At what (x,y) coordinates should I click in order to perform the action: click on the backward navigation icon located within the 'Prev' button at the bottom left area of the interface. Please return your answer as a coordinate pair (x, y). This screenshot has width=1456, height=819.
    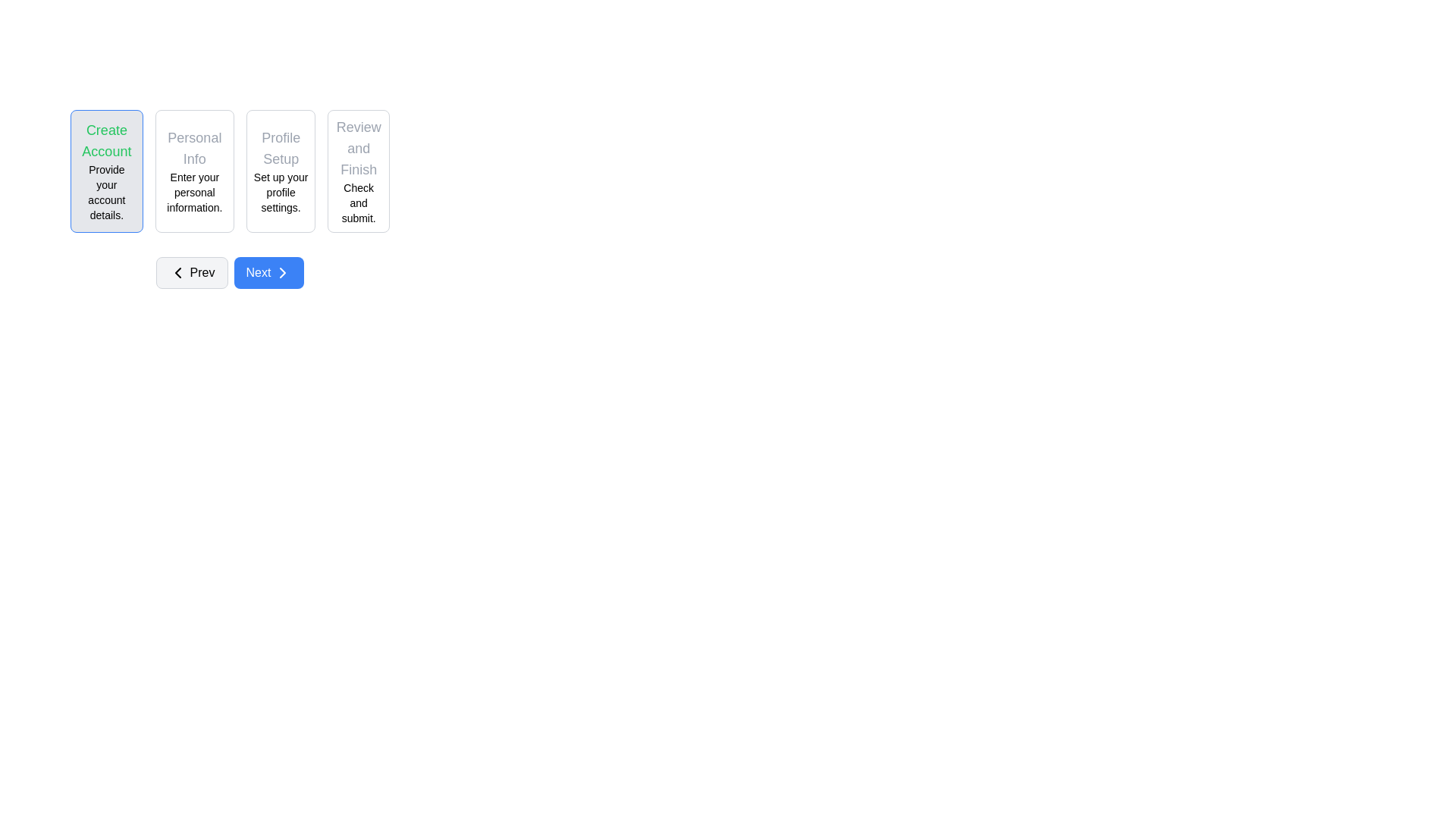
    Looking at the image, I should click on (177, 271).